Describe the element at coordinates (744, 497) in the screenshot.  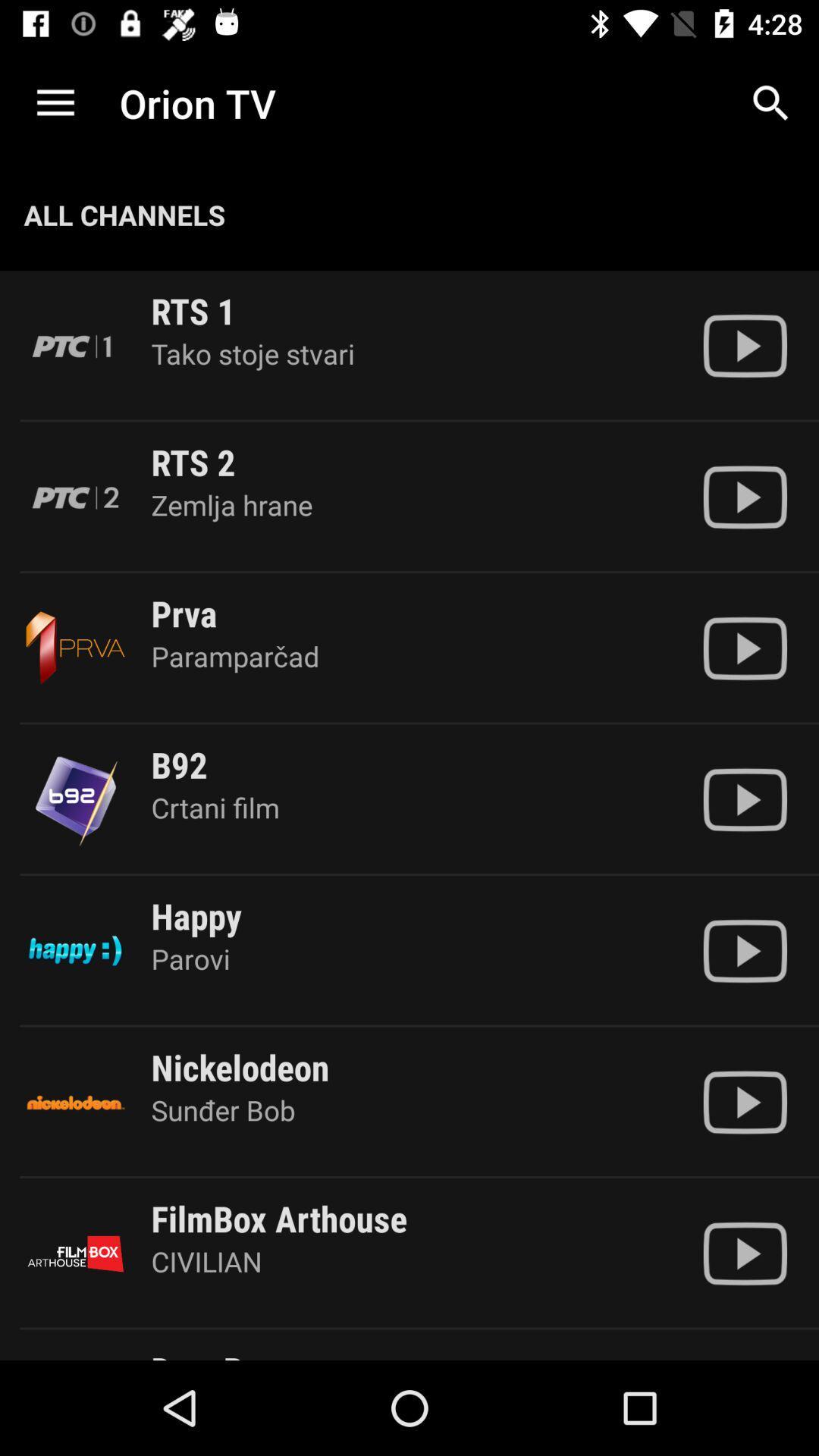
I see `video` at that location.